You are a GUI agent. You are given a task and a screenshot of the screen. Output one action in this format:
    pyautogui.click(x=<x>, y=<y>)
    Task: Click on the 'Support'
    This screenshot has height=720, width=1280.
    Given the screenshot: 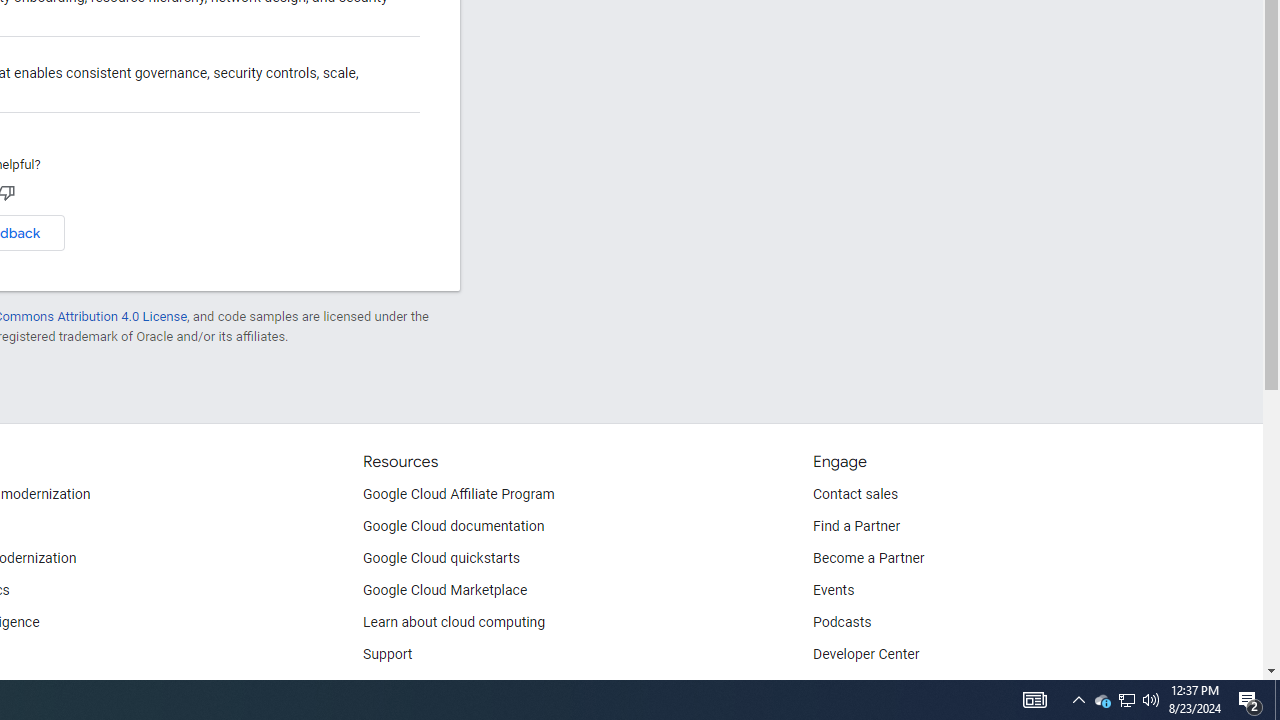 What is the action you would take?
    pyautogui.click(x=388, y=655)
    